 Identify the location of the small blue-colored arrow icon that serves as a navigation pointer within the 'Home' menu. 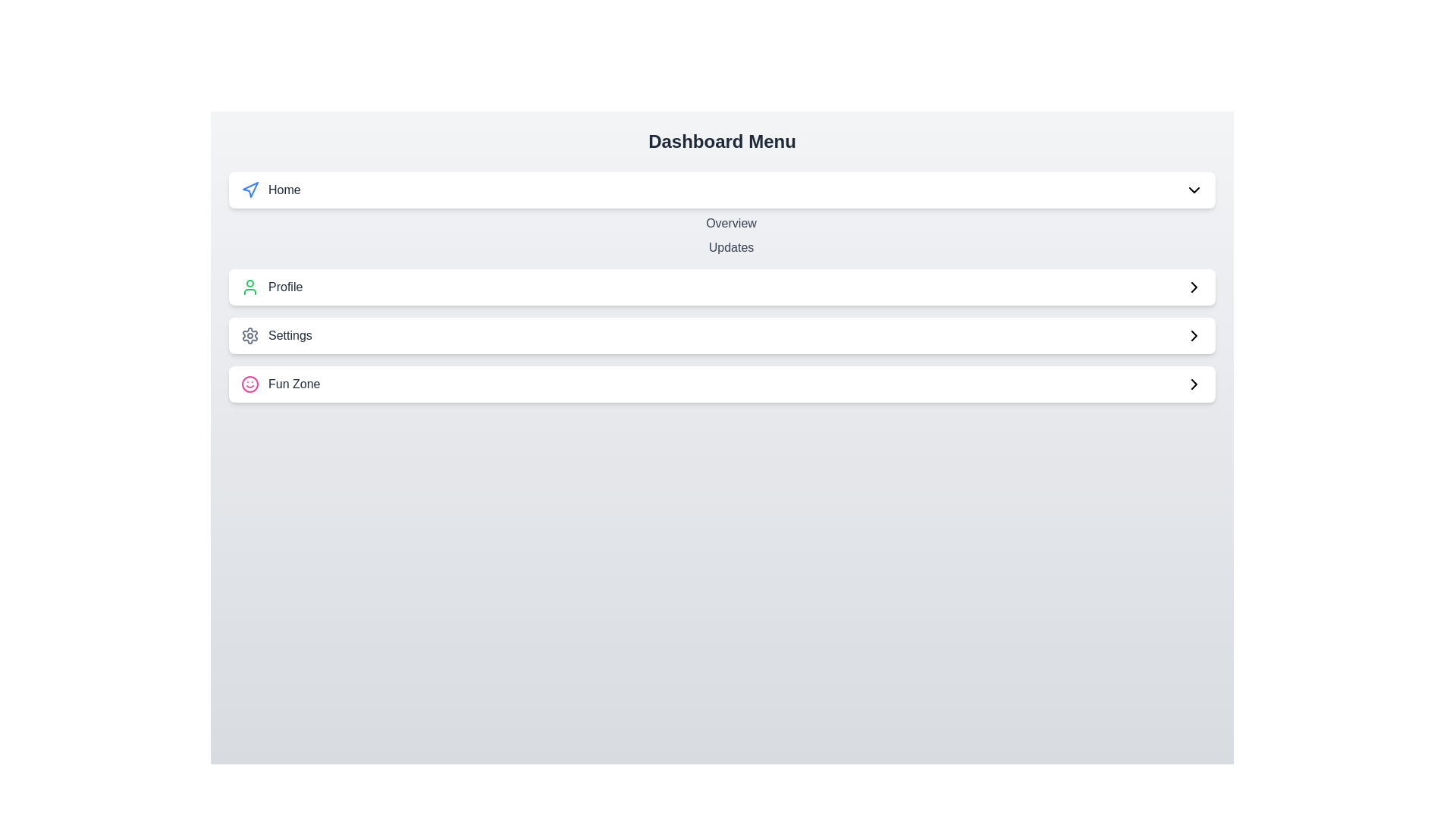
(250, 189).